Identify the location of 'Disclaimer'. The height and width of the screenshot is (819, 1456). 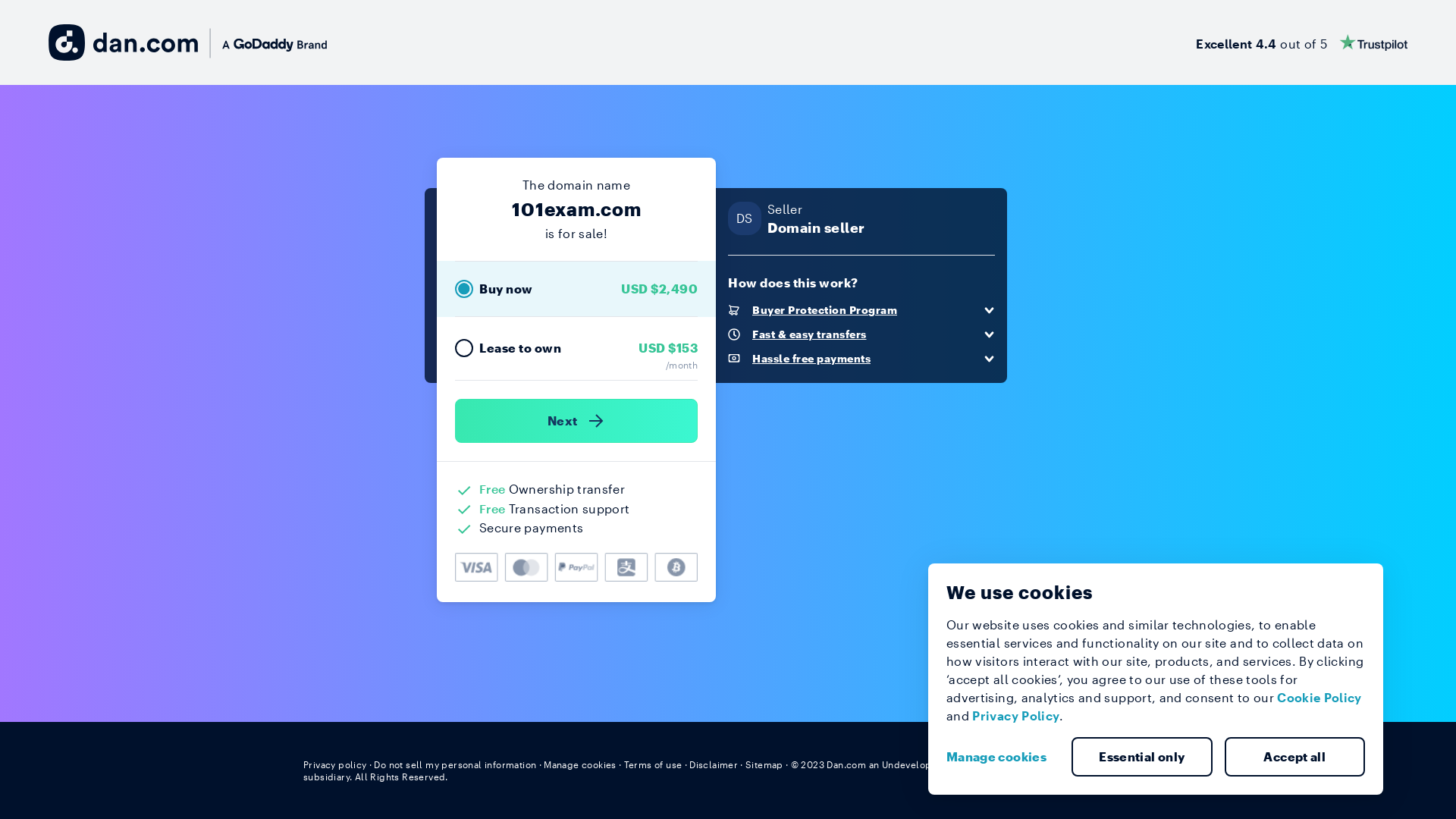
(688, 764).